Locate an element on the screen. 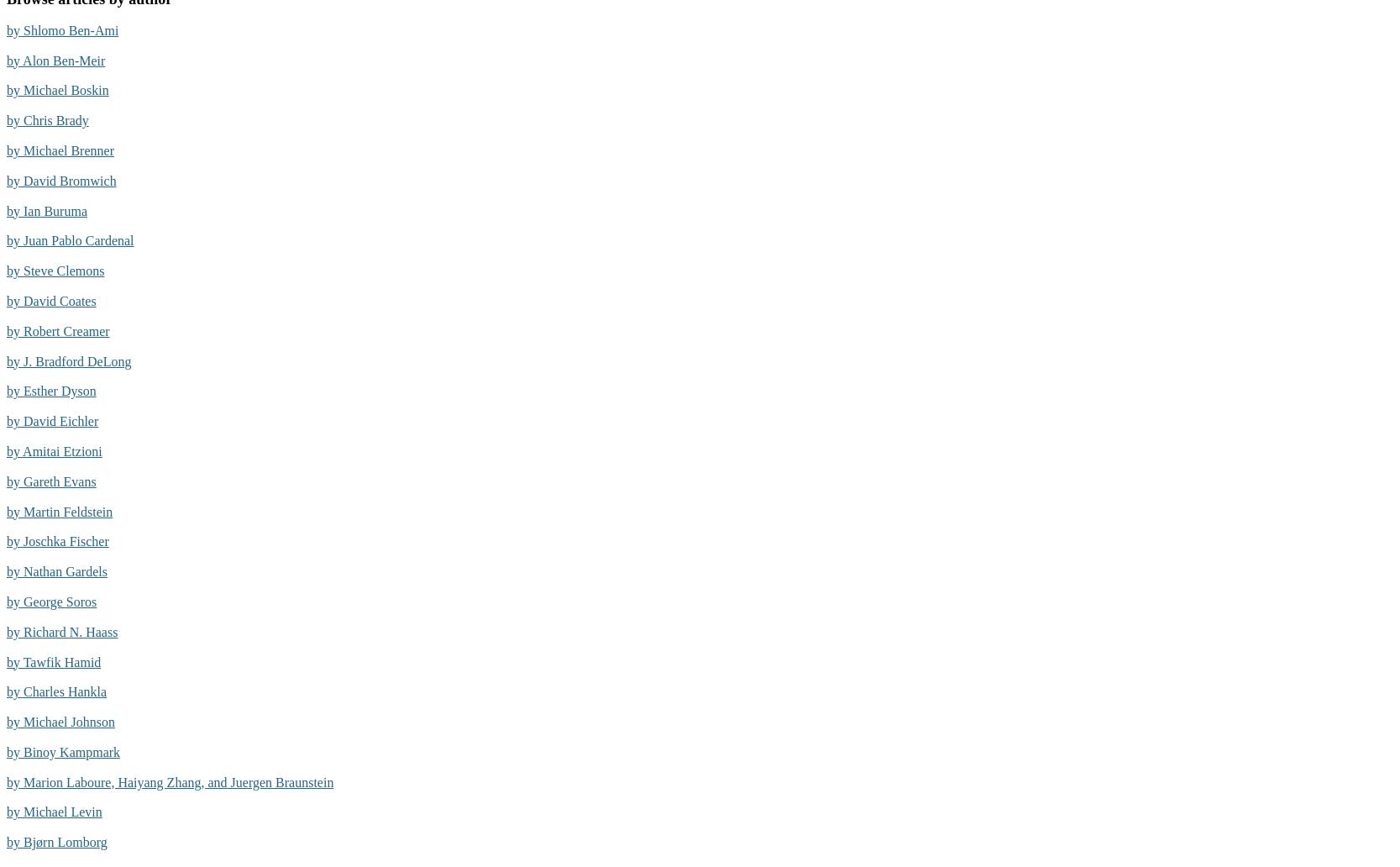 The width and height of the screenshot is (1400, 867). 'by Robert Creamer' is located at coordinates (7, 329).